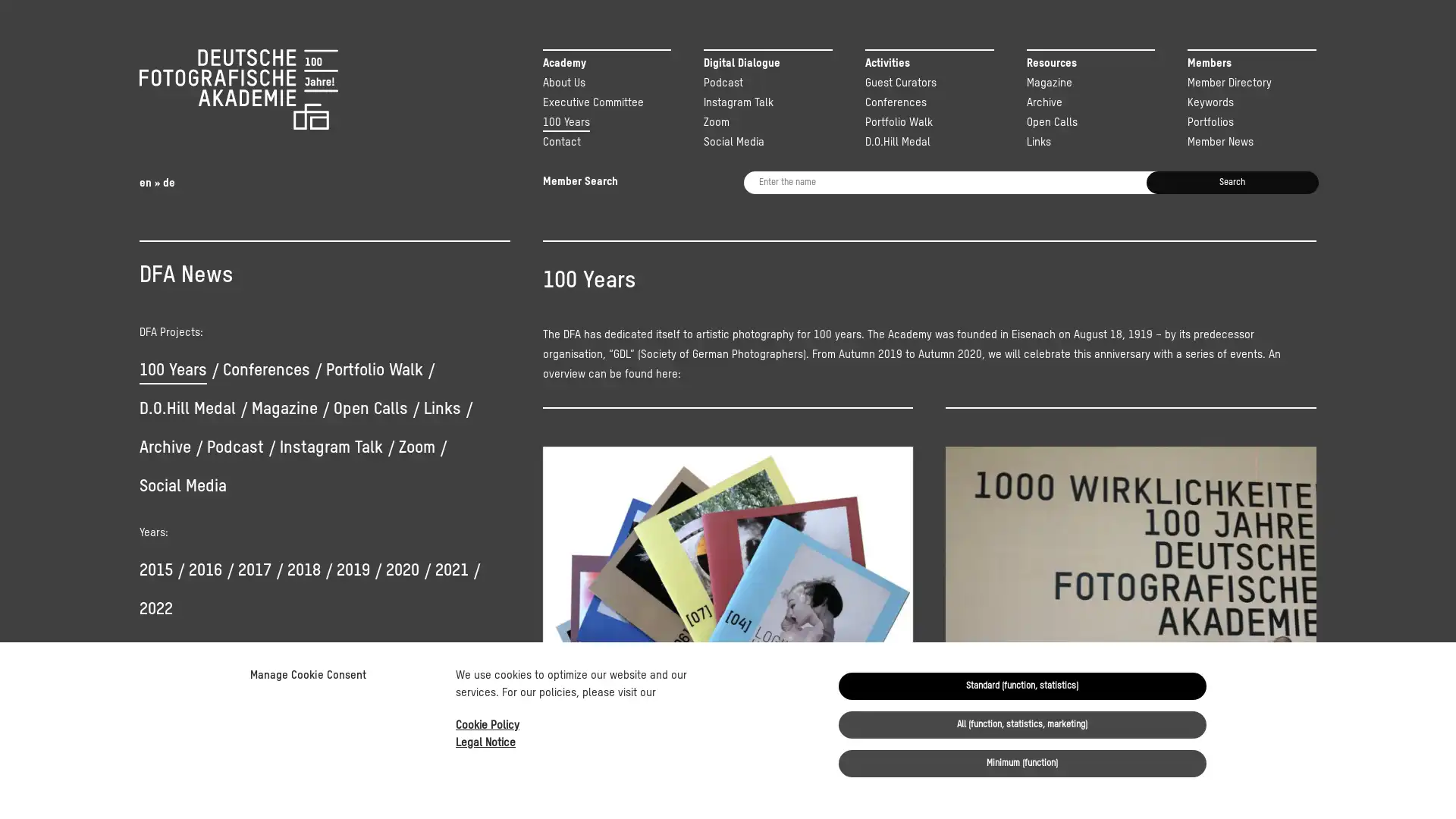  What do you see at coordinates (371, 409) in the screenshot?
I see `Open Calls` at bounding box center [371, 409].